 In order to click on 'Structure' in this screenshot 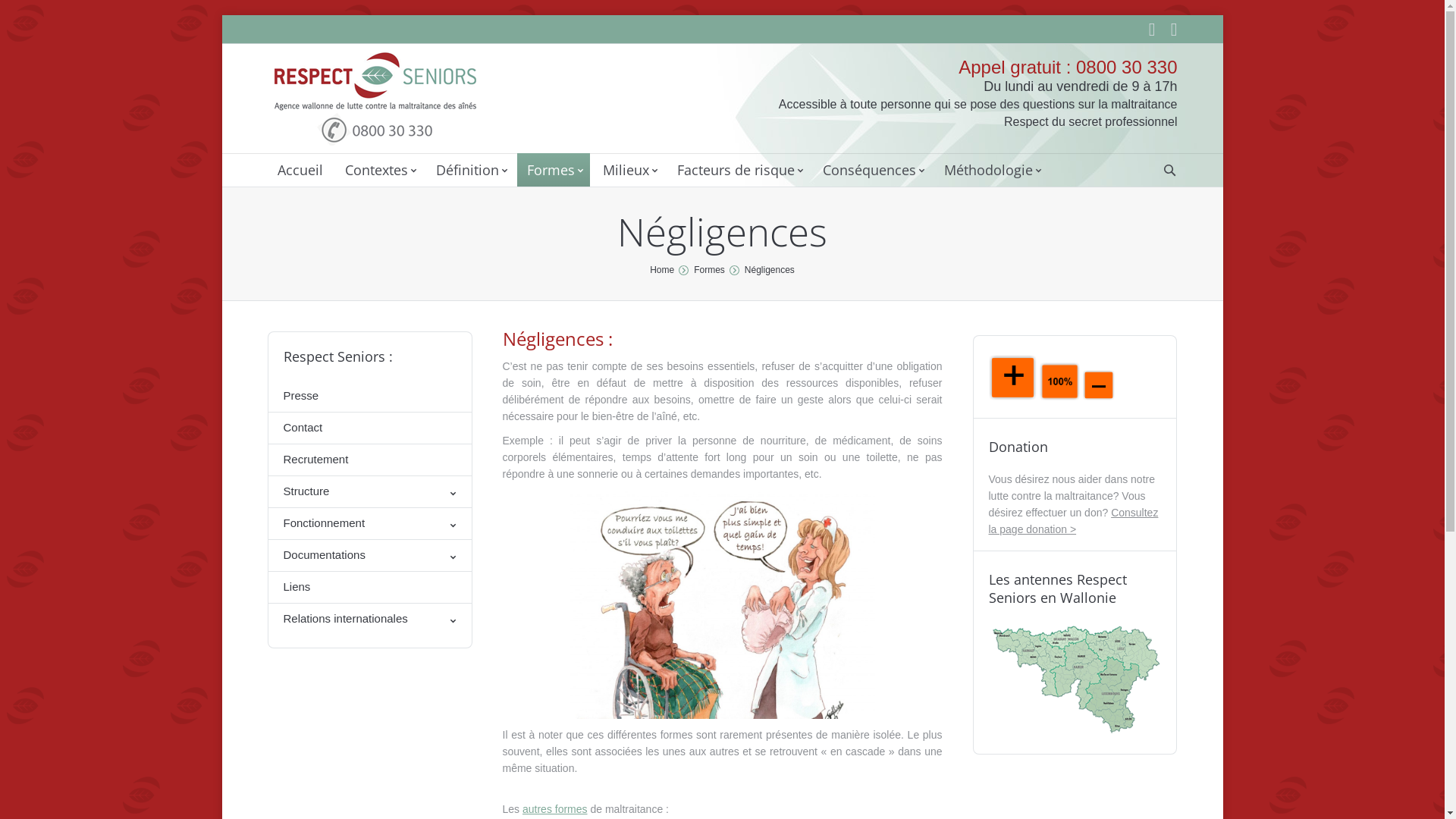, I will do `click(370, 491)`.